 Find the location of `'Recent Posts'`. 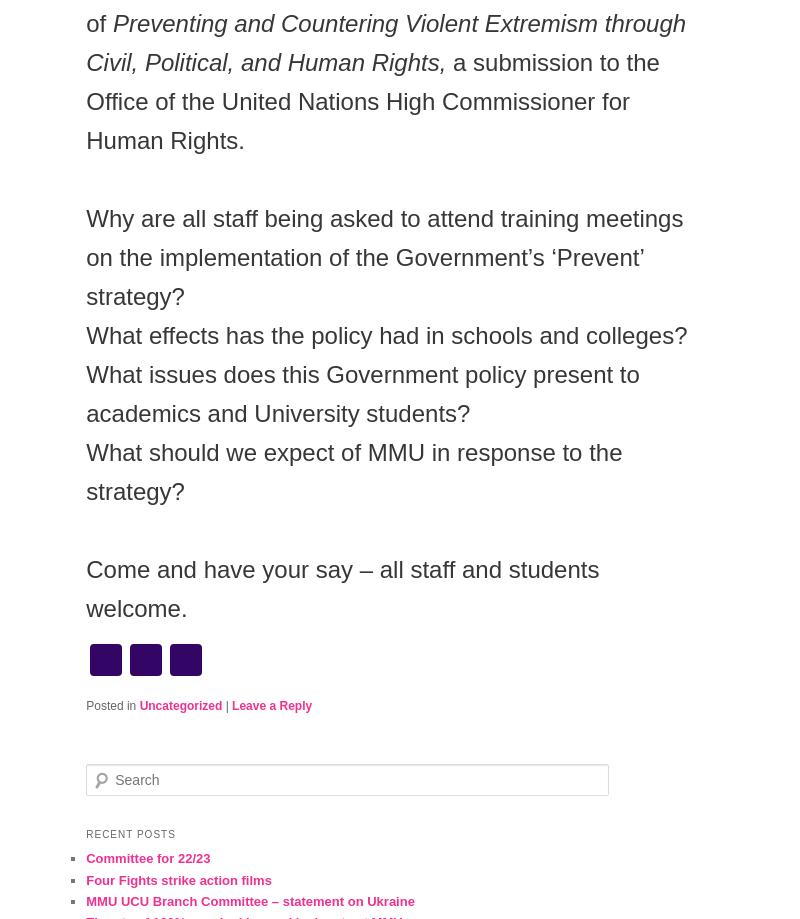

'Recent Posts' is located at coordinates (129, 833).